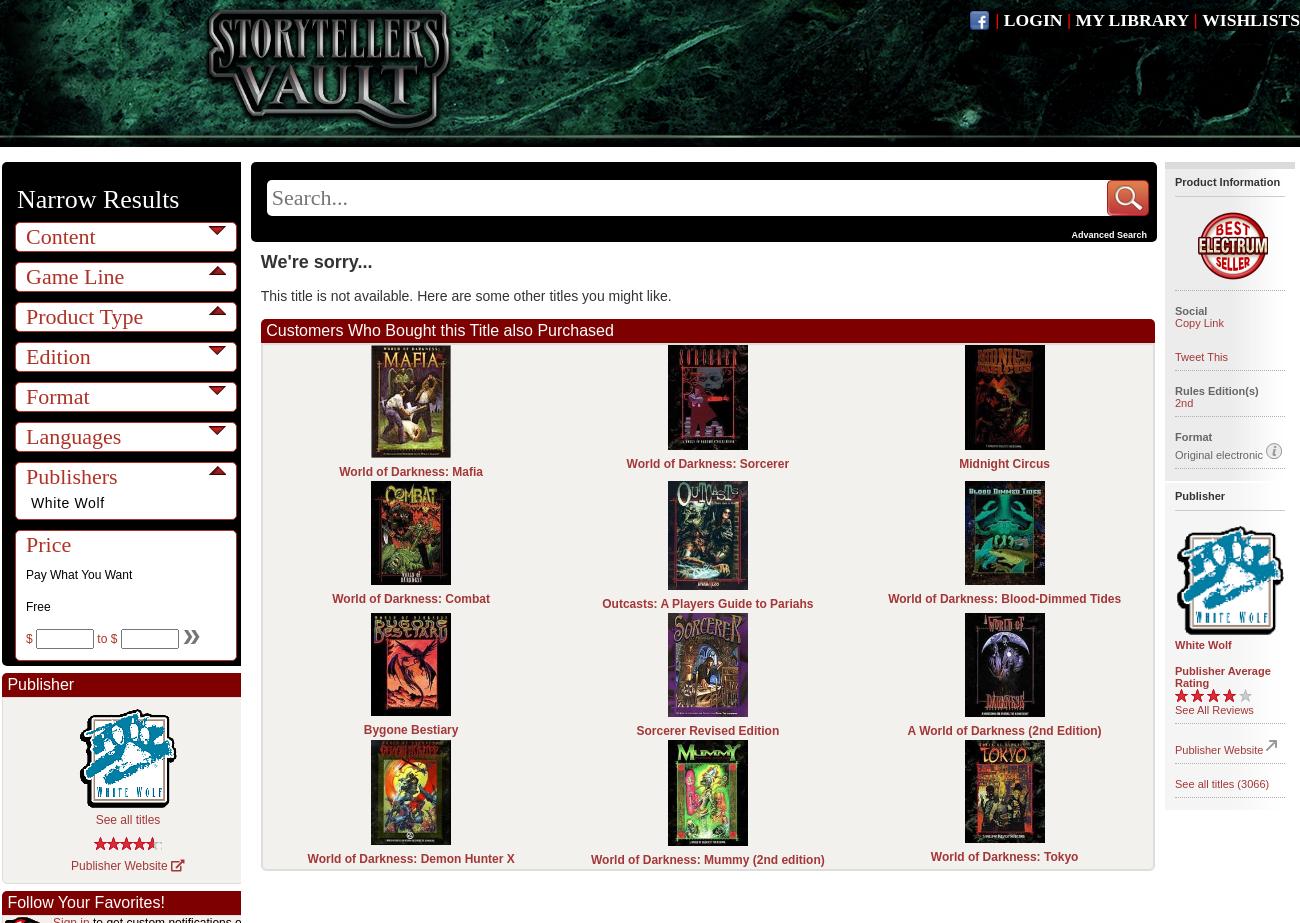 The image size is (1300, 923). What do you see at coordinates (1107, 234) in the screenshot?
I see `'Advanced Search'` at bounding box center [1107, 234].